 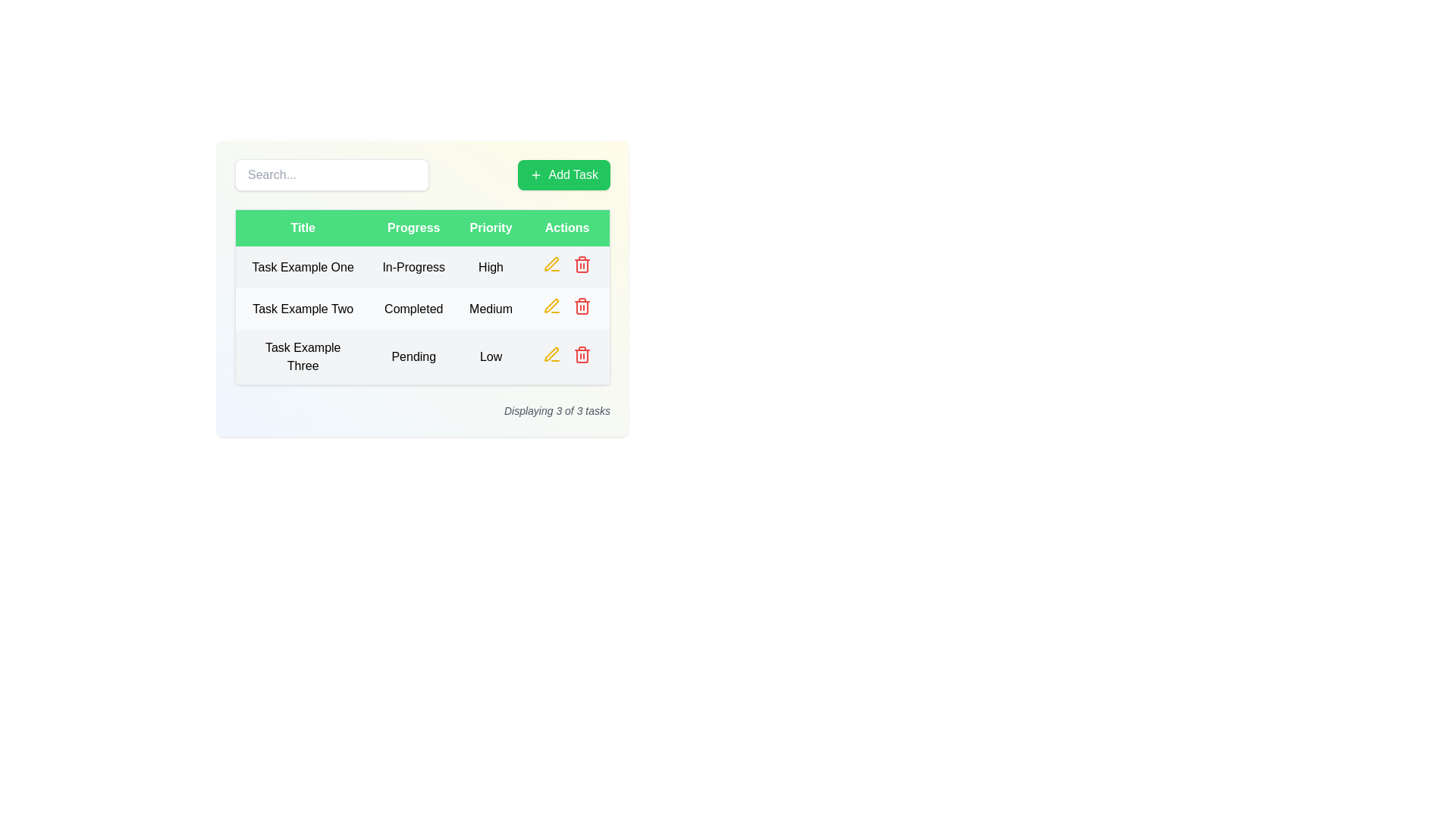 What do you see at coordinates (582, 263) in the screenshot?
I see `the delete button located in the 'Actions' column of the last row of the table` at bounding box center [582, 263].